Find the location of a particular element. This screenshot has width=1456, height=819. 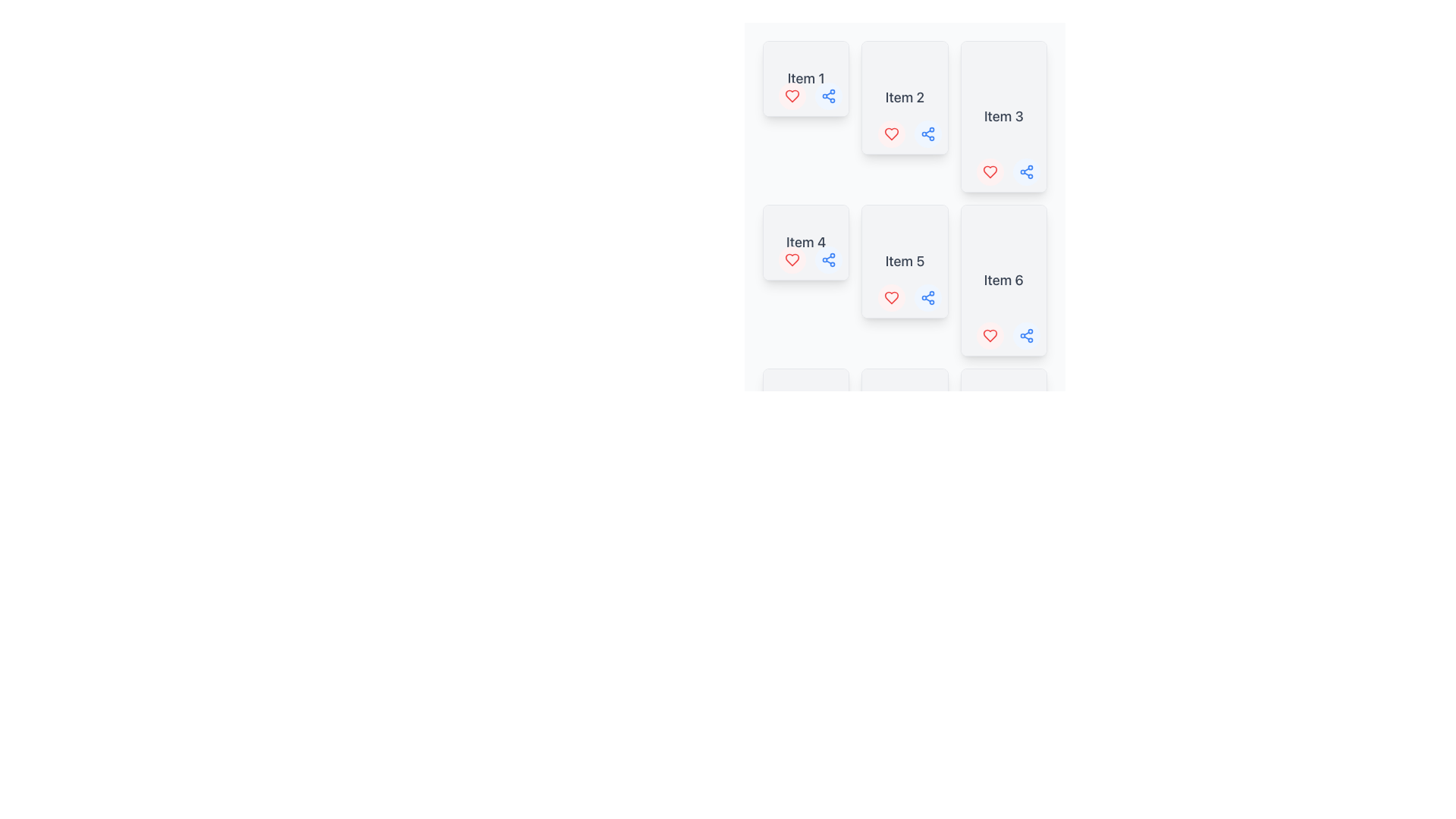

the share icon located in the lower-right quadrant of the card labeled 'Item 6' is located at coordinates (1026, 335).